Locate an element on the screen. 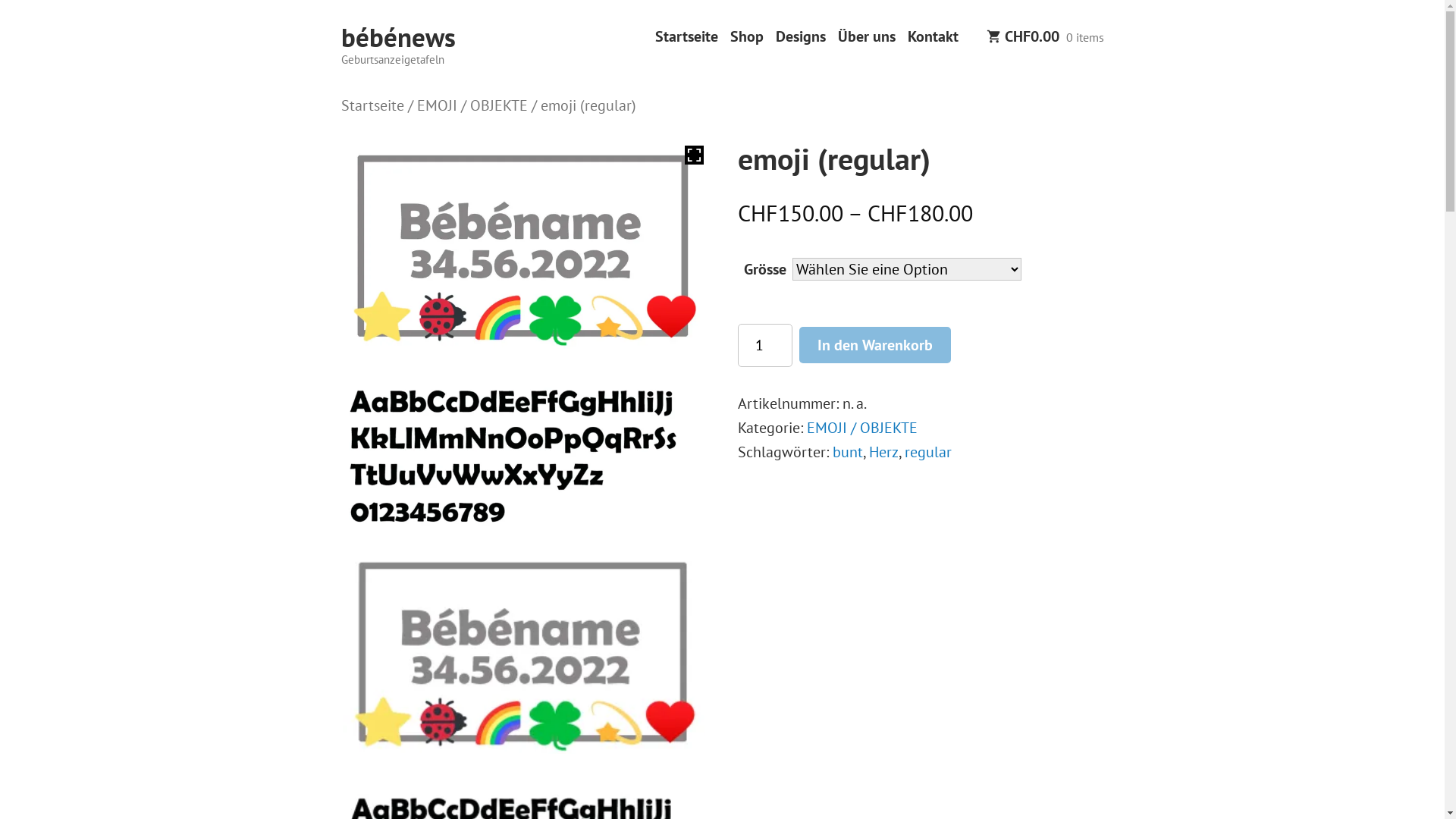 The height and width of the screenshot is (819, 1456). 'emoji (regular)_800x800' is located at coordinates (524, 651).